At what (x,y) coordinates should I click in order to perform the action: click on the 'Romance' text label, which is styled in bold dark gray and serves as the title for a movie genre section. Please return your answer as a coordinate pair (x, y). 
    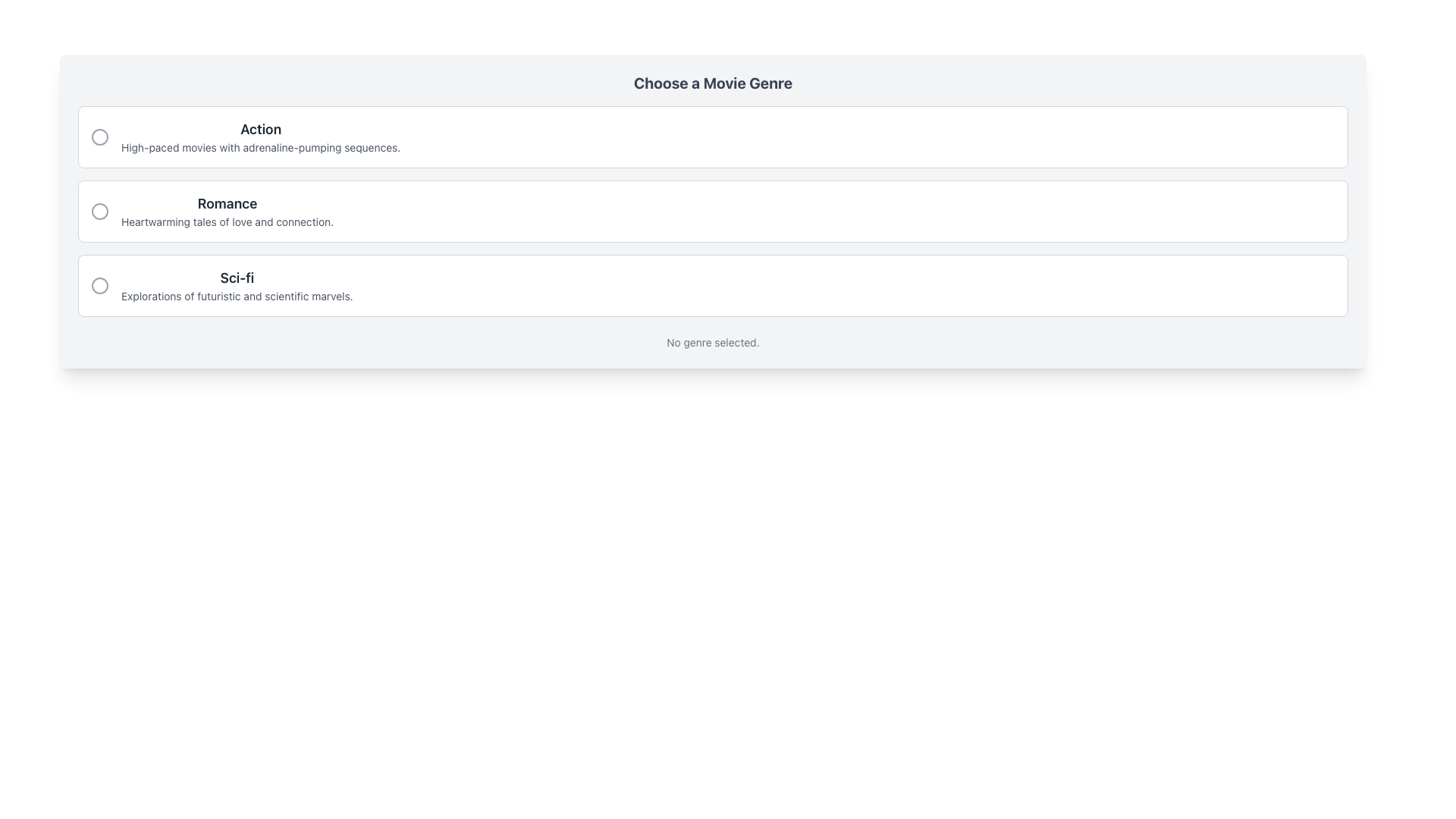
    Looking at the image, I should click on (227, 203).